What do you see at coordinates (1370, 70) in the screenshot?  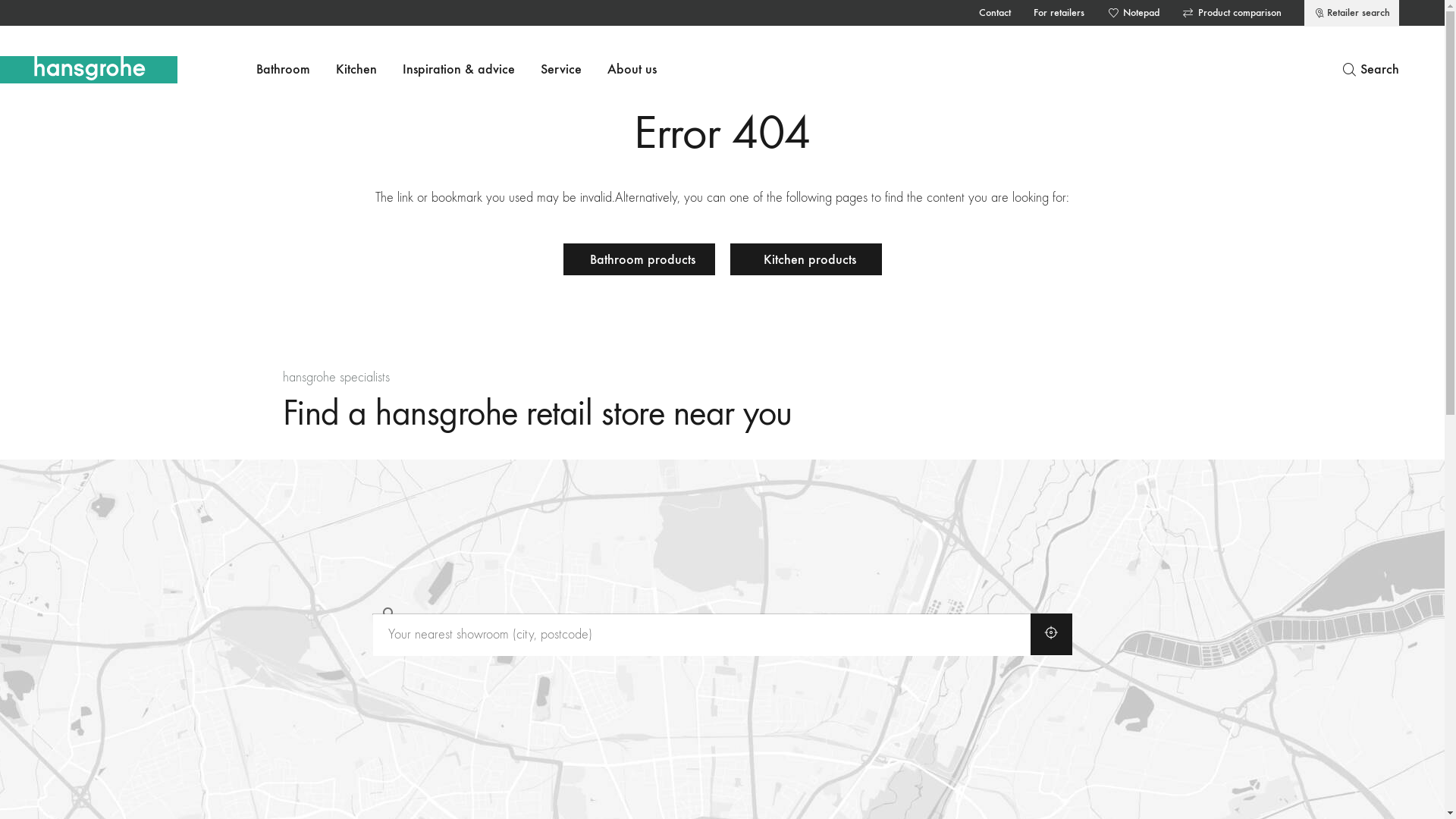 I see `'Search'` at bounding box center [1370, 70].